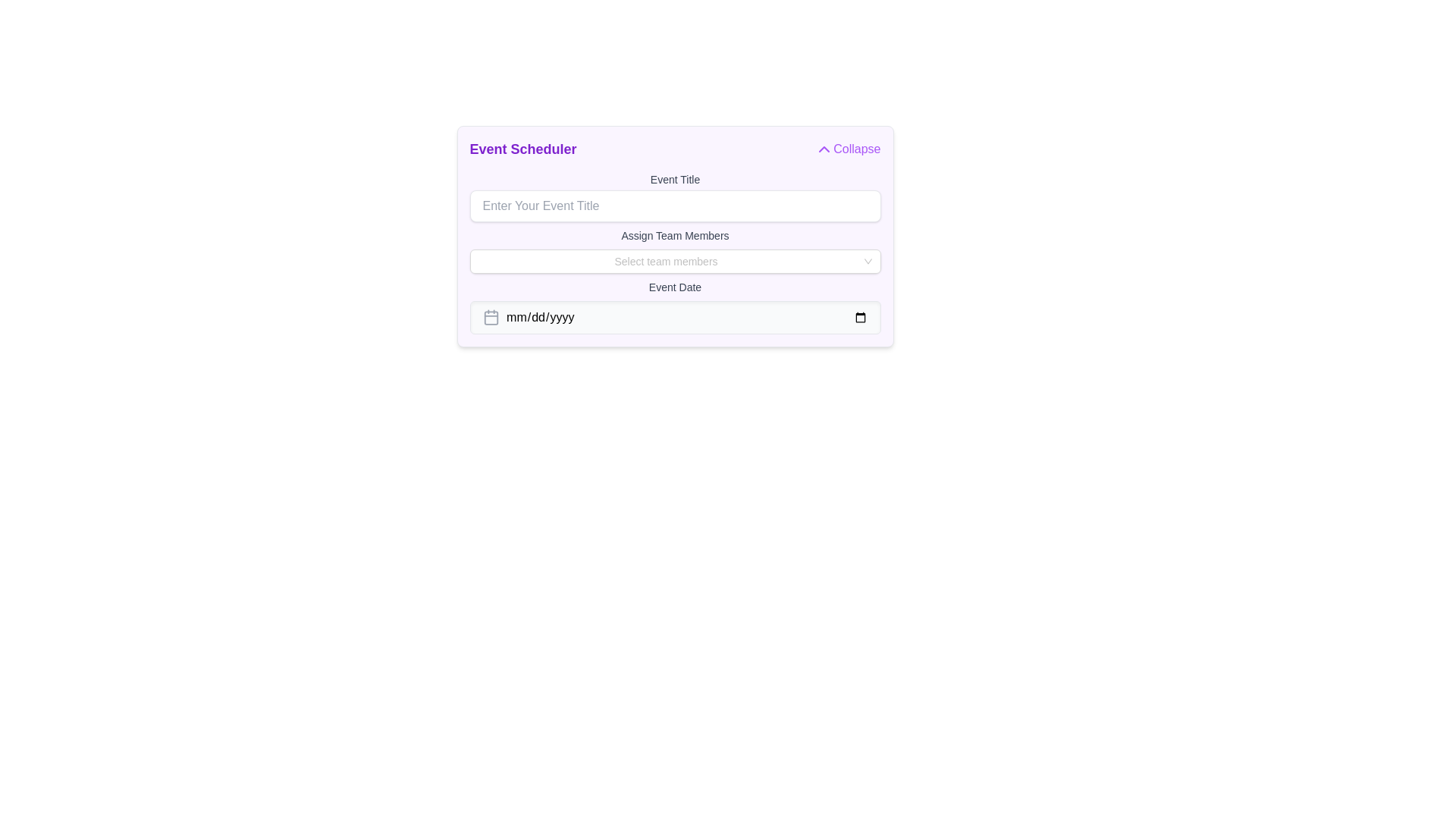 Image resolution: width=1456 pixels, height=819 pixels. Describe the element at coordinates (674, 250) in the screenshot. I see `the dropdown labeled 'Assign Team Members'` at that location.